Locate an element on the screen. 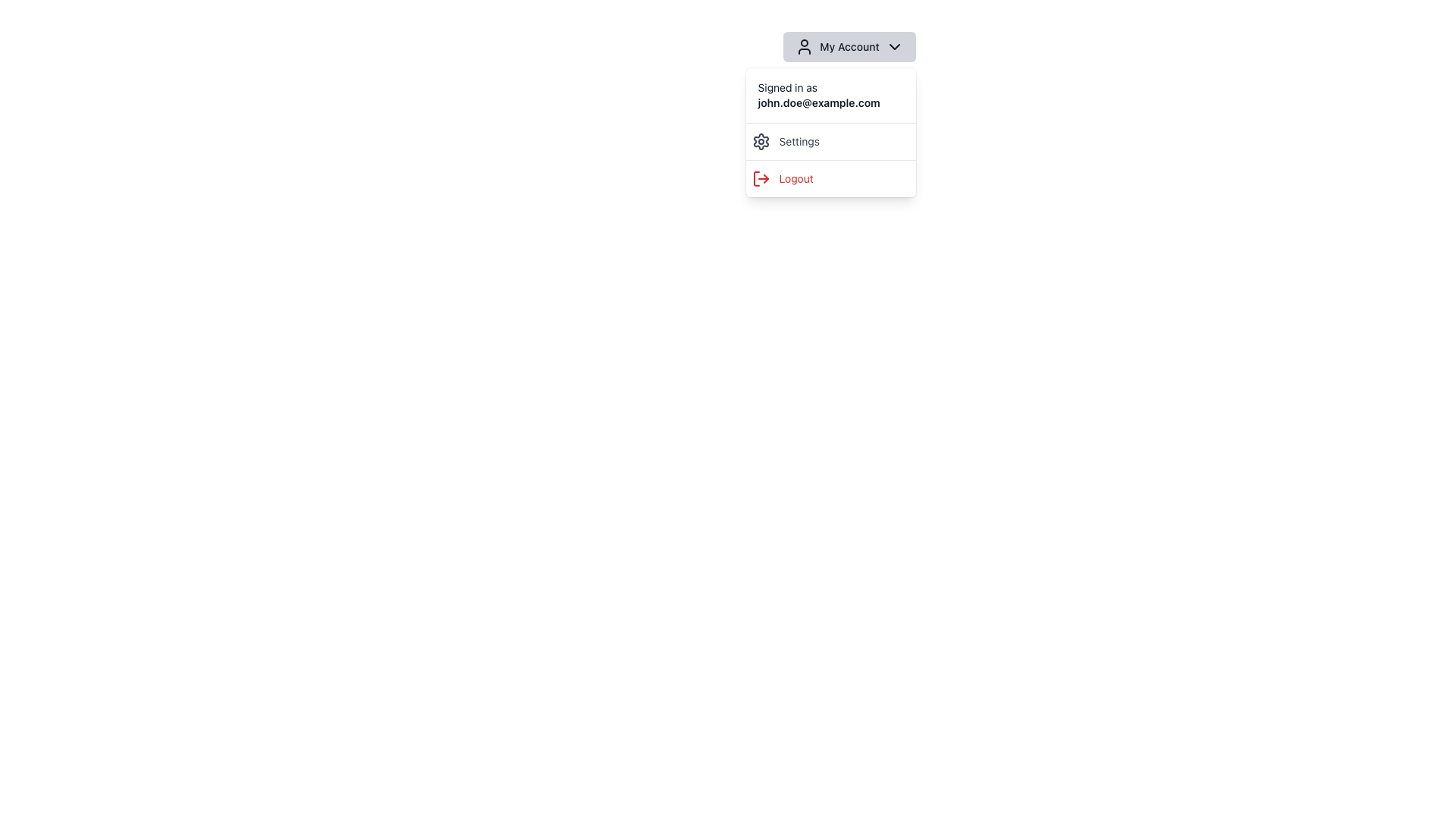 This screenshot has width=1456, height=819. the dropdown menu located in the top-right corner of the viewport, which displays the current user's account information and navigation options is located at coordinates (830, 131).